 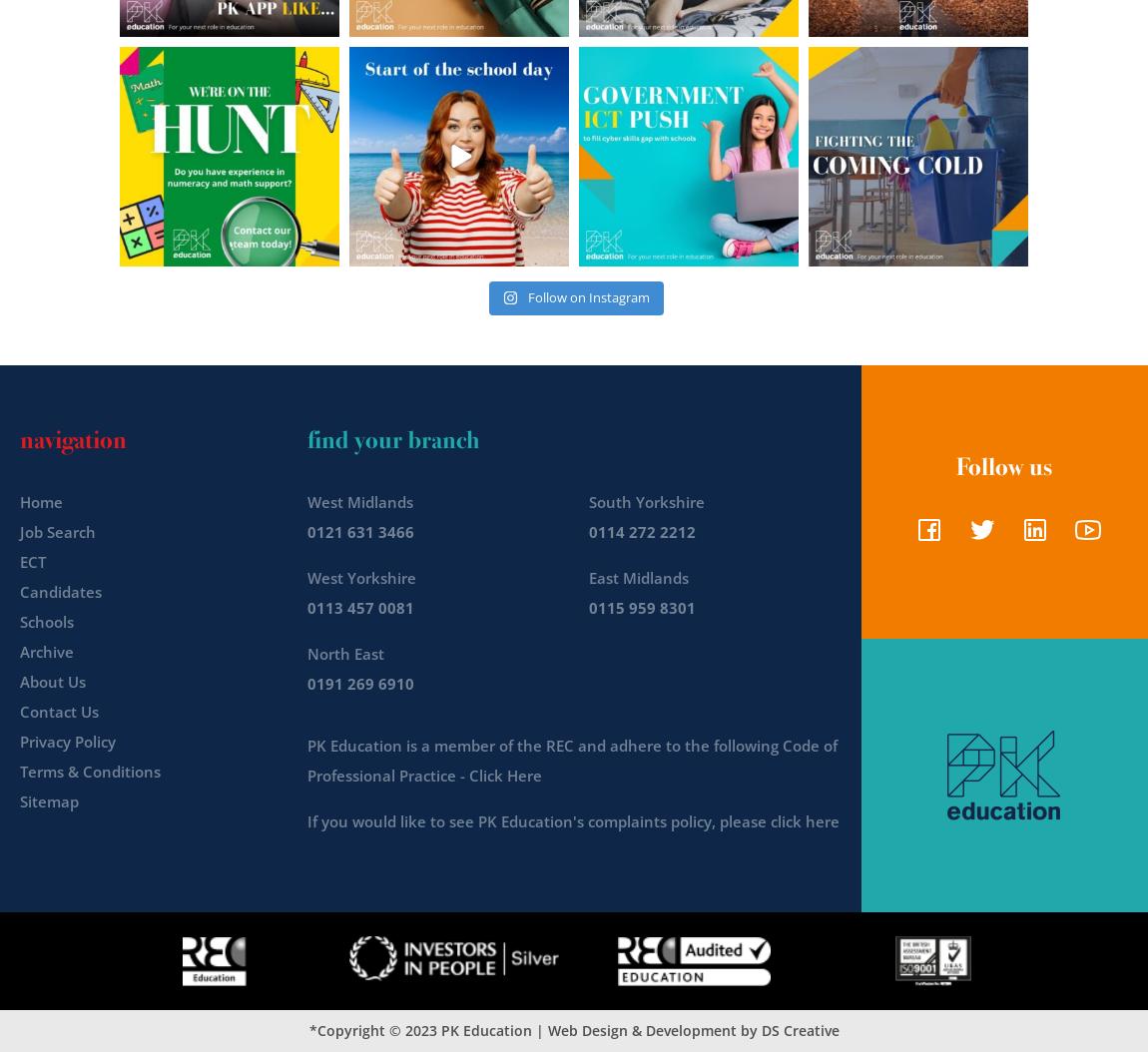 I want to click on 'Job Search', so click(x=19, y=530).